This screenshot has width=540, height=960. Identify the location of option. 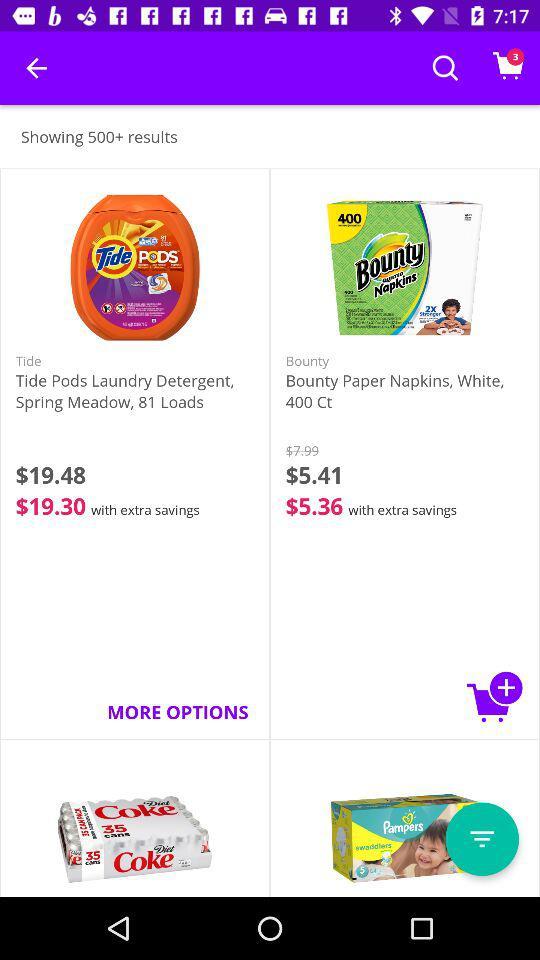
(481, 839).